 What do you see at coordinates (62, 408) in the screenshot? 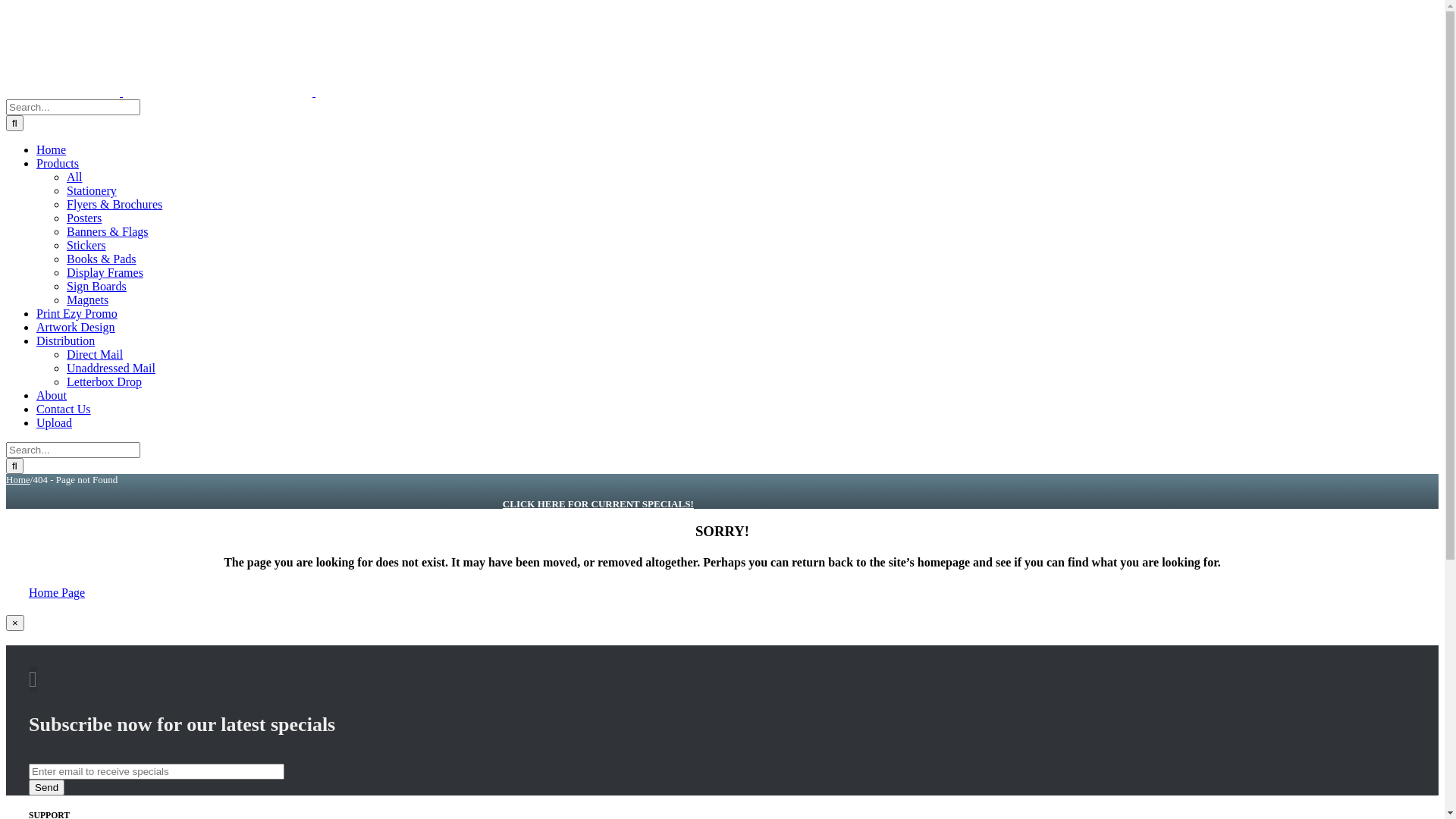
I see `'Contact Us'` at bounding box center [62, 408].